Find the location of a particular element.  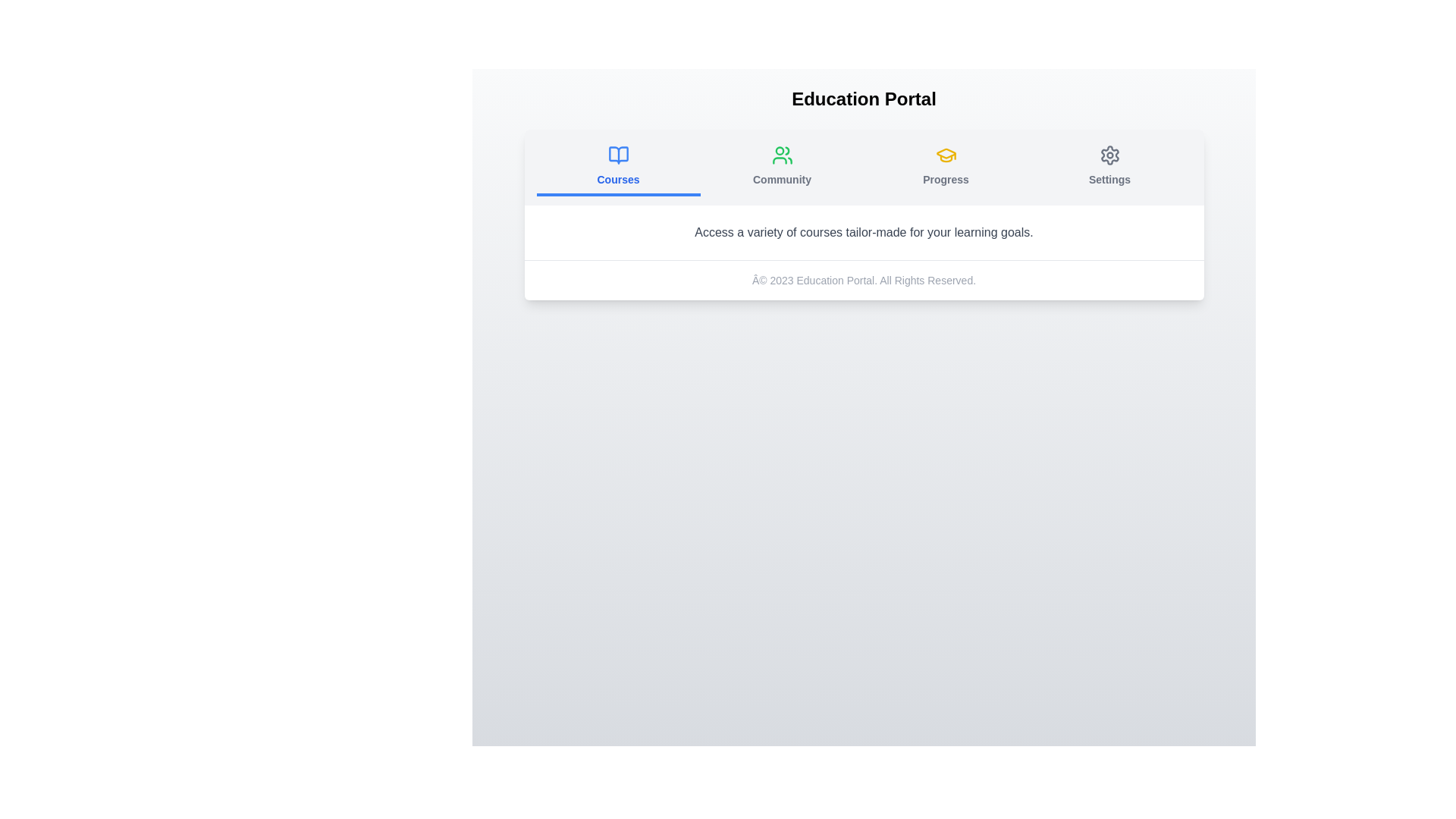

the 'Settings' label in the navigation bar, which is positioned rightmost below a gear icon and aligned with 'Courses,' 'Community,' and 'Progress.' is located at coordinates (1109, 178).